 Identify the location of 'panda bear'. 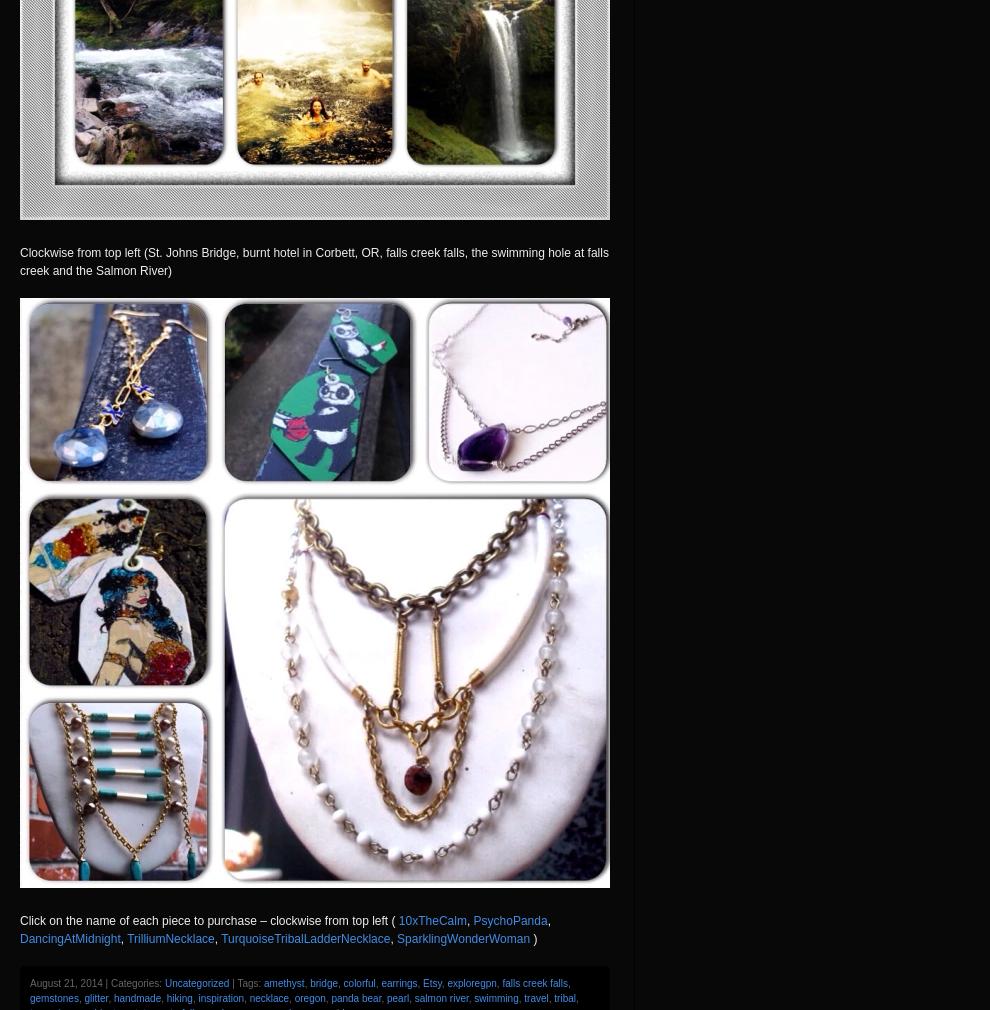
(356, 997).